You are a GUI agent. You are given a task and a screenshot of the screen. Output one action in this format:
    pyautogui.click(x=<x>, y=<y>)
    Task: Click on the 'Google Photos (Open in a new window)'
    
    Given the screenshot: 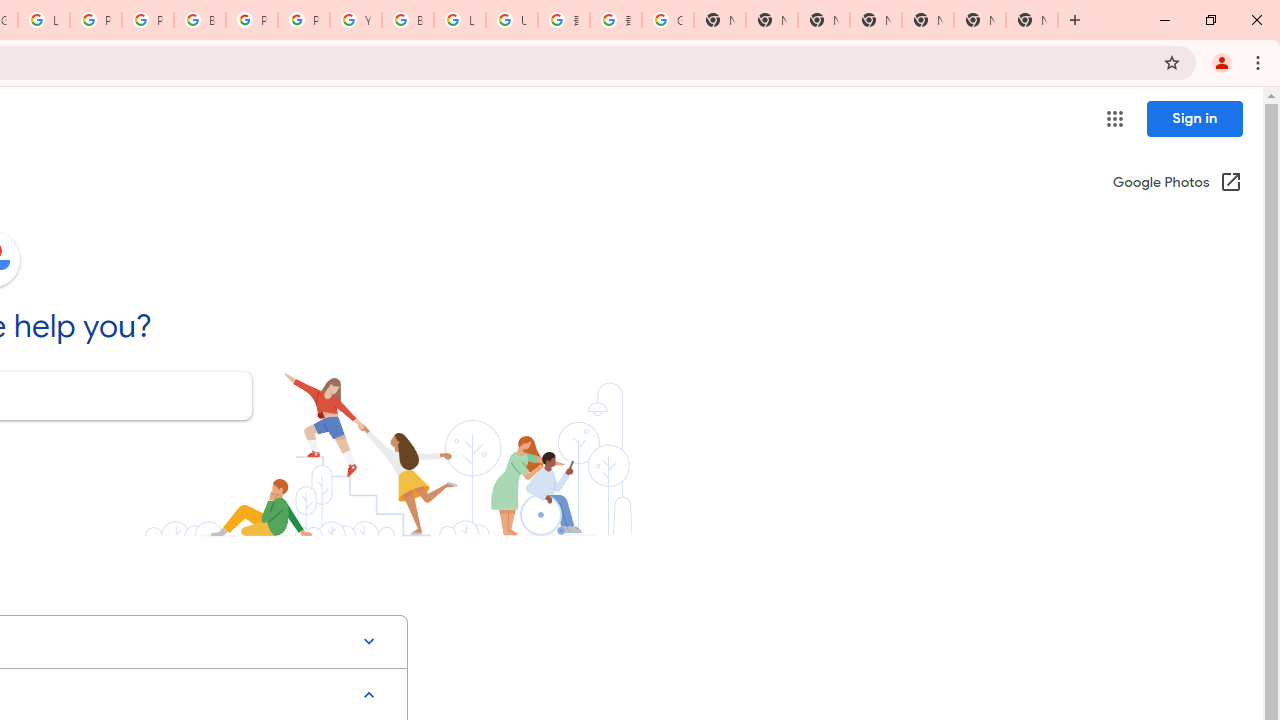 What is the action you would take?
    pyautogui.click(x=1177, y=183)
    